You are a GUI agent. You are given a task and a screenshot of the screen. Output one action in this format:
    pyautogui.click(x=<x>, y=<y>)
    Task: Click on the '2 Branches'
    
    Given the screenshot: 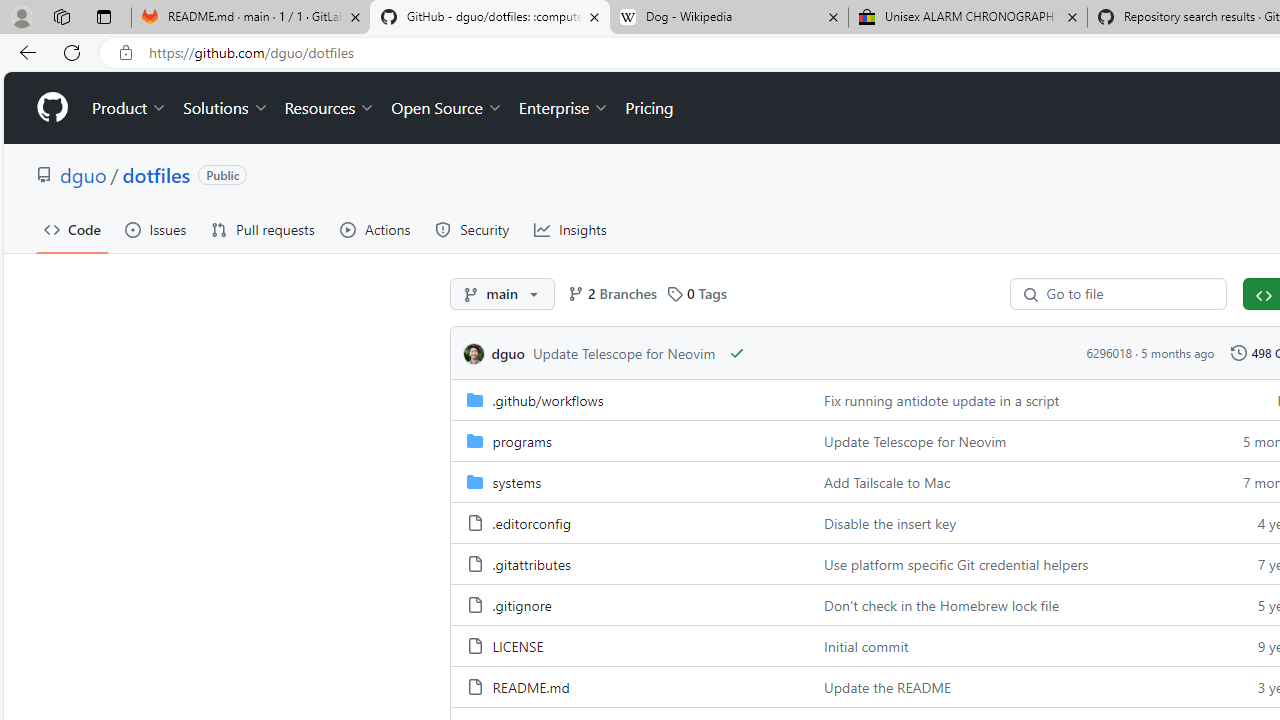 What is the action you would take?
    pyautogui.click(x=610, y=294)
    